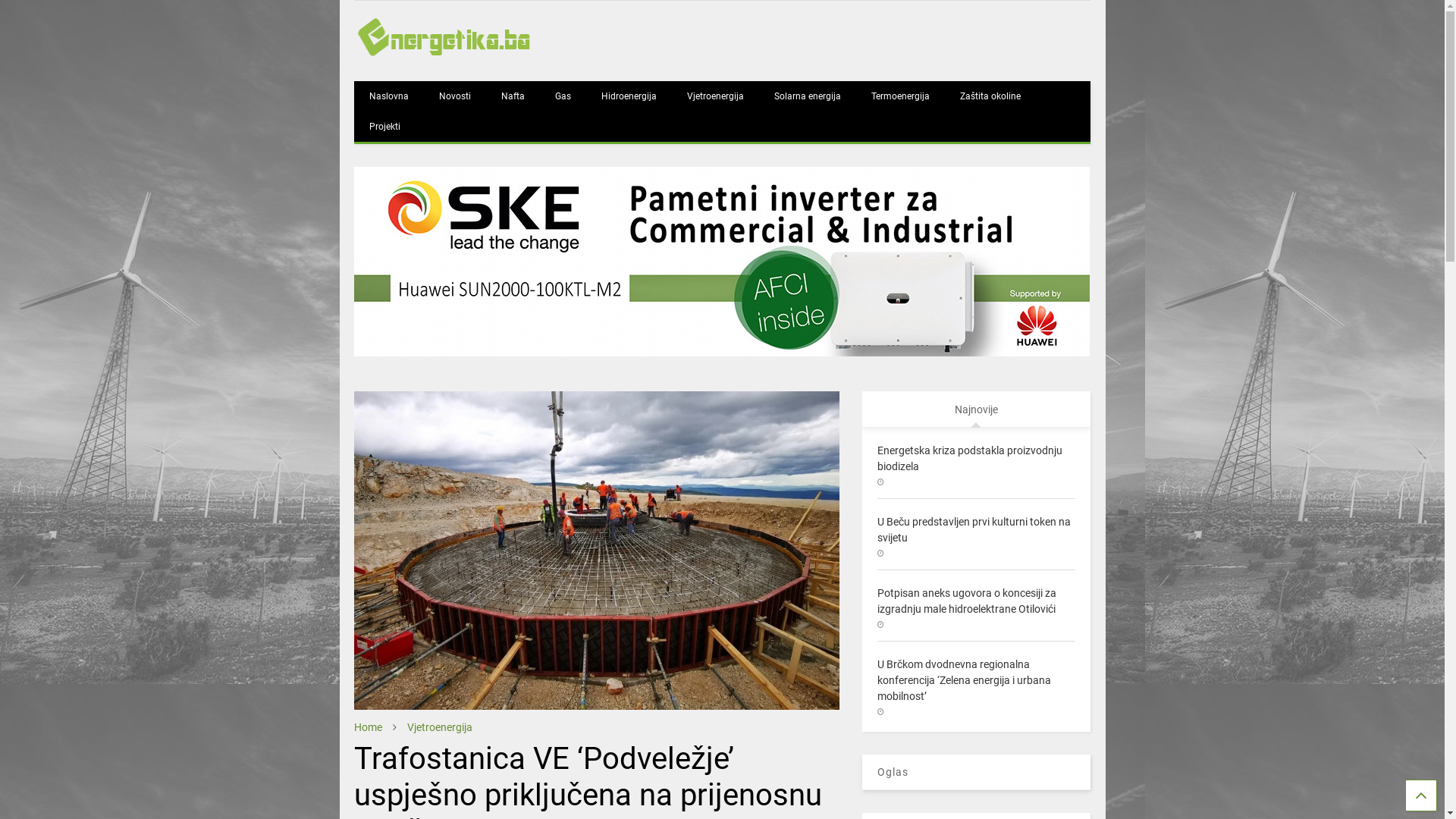 The height and width of the screenshot is (819, 1456). What do you see at coordinates (855, 96) in the screenshot?
I see `'Termoenergija'` at bounding box center [855, 96].